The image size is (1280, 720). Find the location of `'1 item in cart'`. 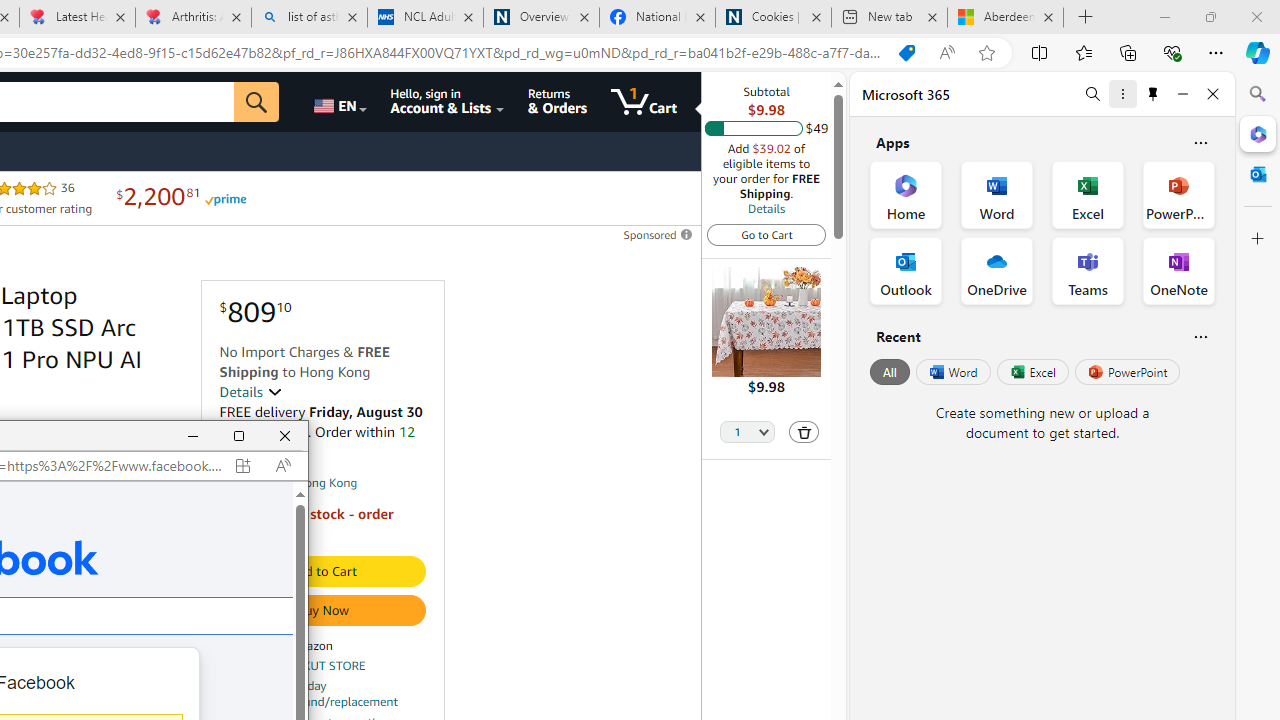

'1 item in cart' is located at coordinates (643, 101).